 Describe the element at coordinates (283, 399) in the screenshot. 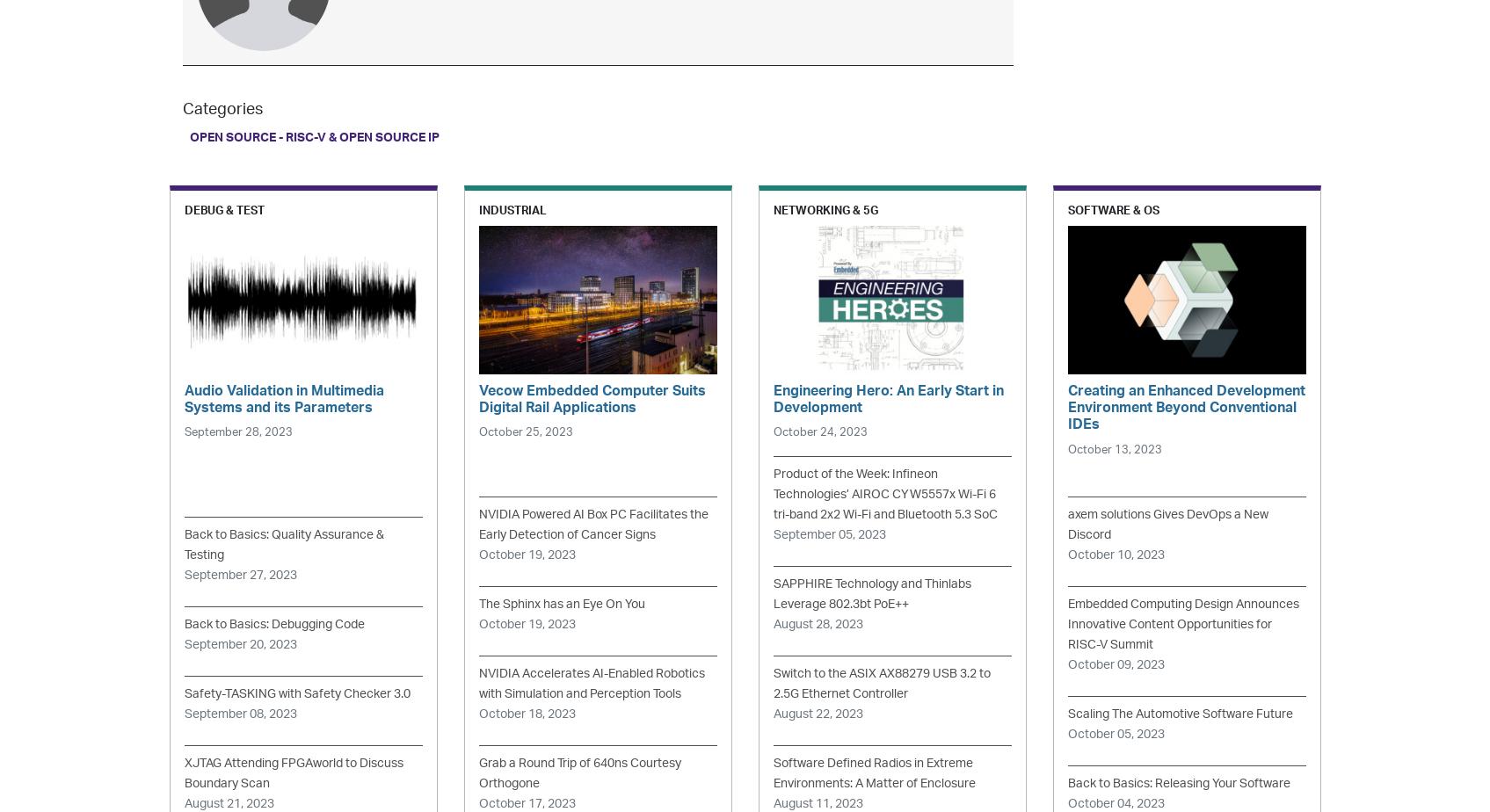

I see `'Audio Validation in Multimedia Systems and its Parameters'` at that location.